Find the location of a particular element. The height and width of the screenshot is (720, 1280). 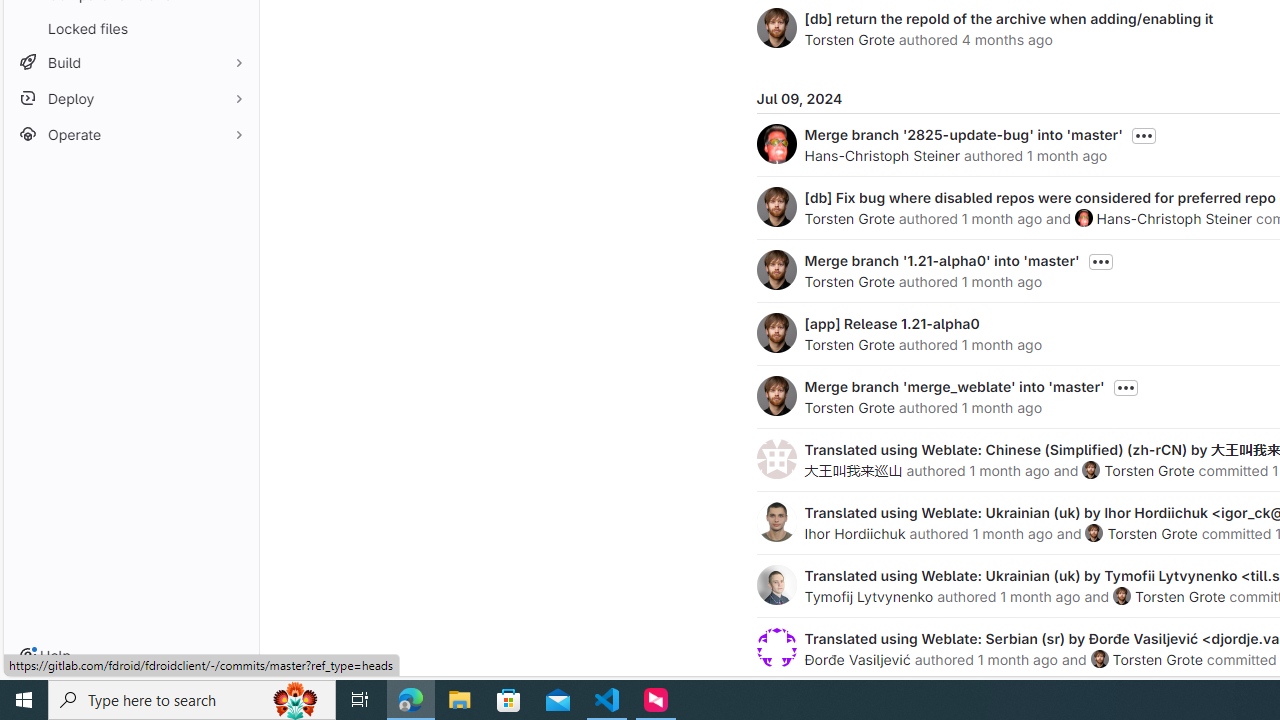

'Locked files' is located at coordinates (130, 28).